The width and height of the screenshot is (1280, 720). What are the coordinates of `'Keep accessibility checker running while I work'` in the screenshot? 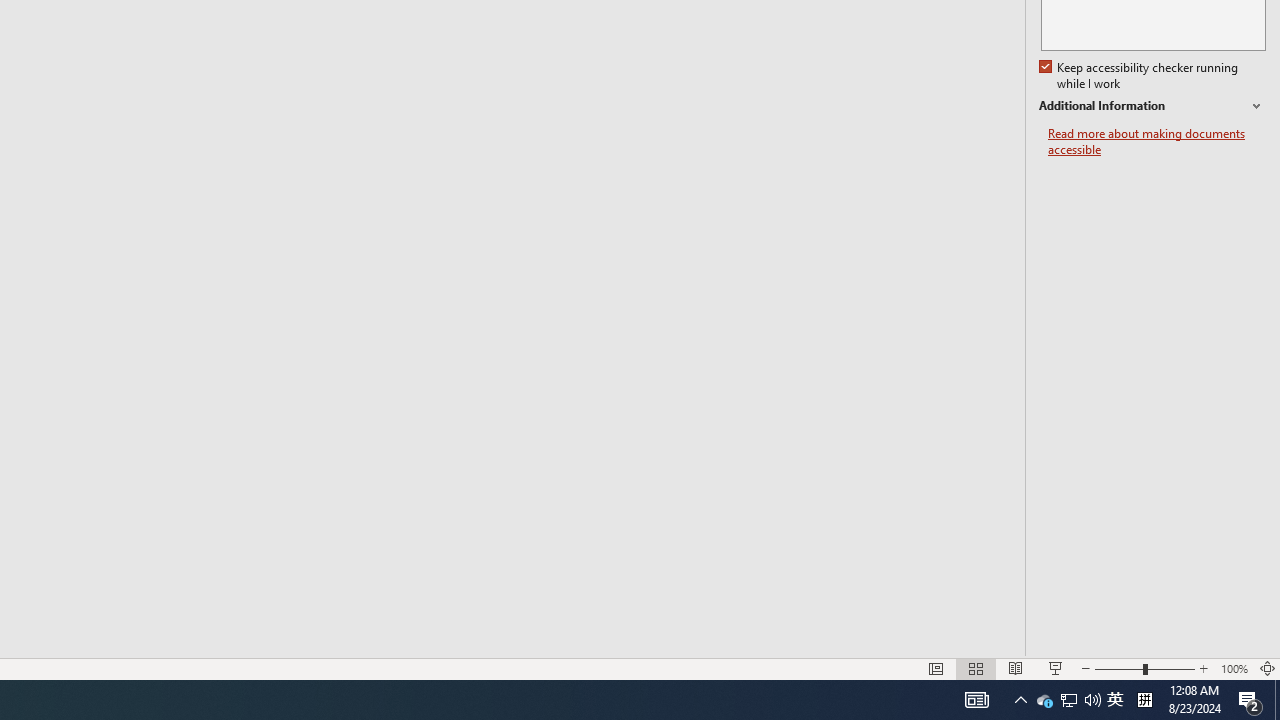 It's located at (1140, 75).